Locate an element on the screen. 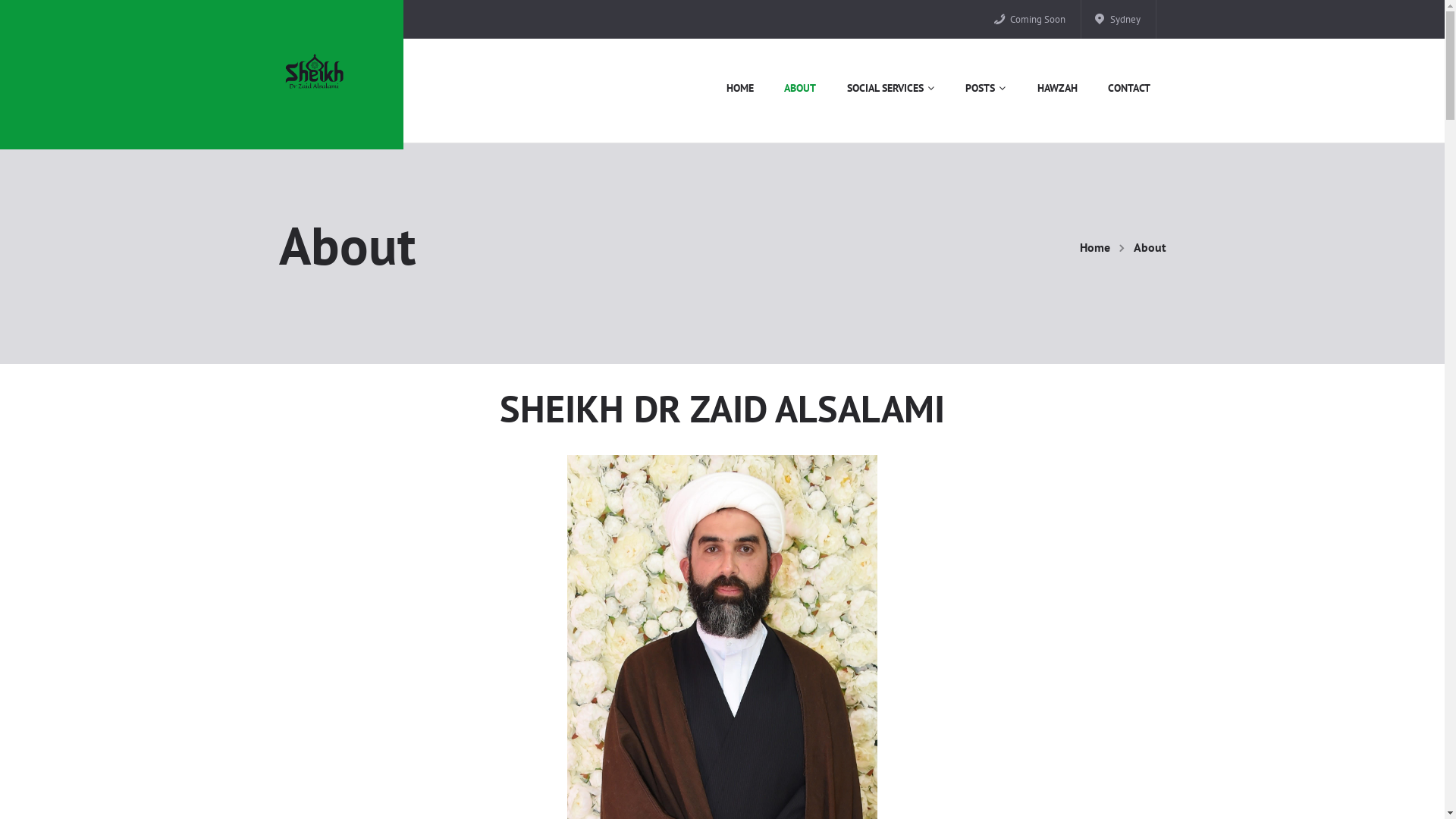 The image size is (1456, 819). 'SOCIAL SERVICES' is located at coordinates (831, 88).